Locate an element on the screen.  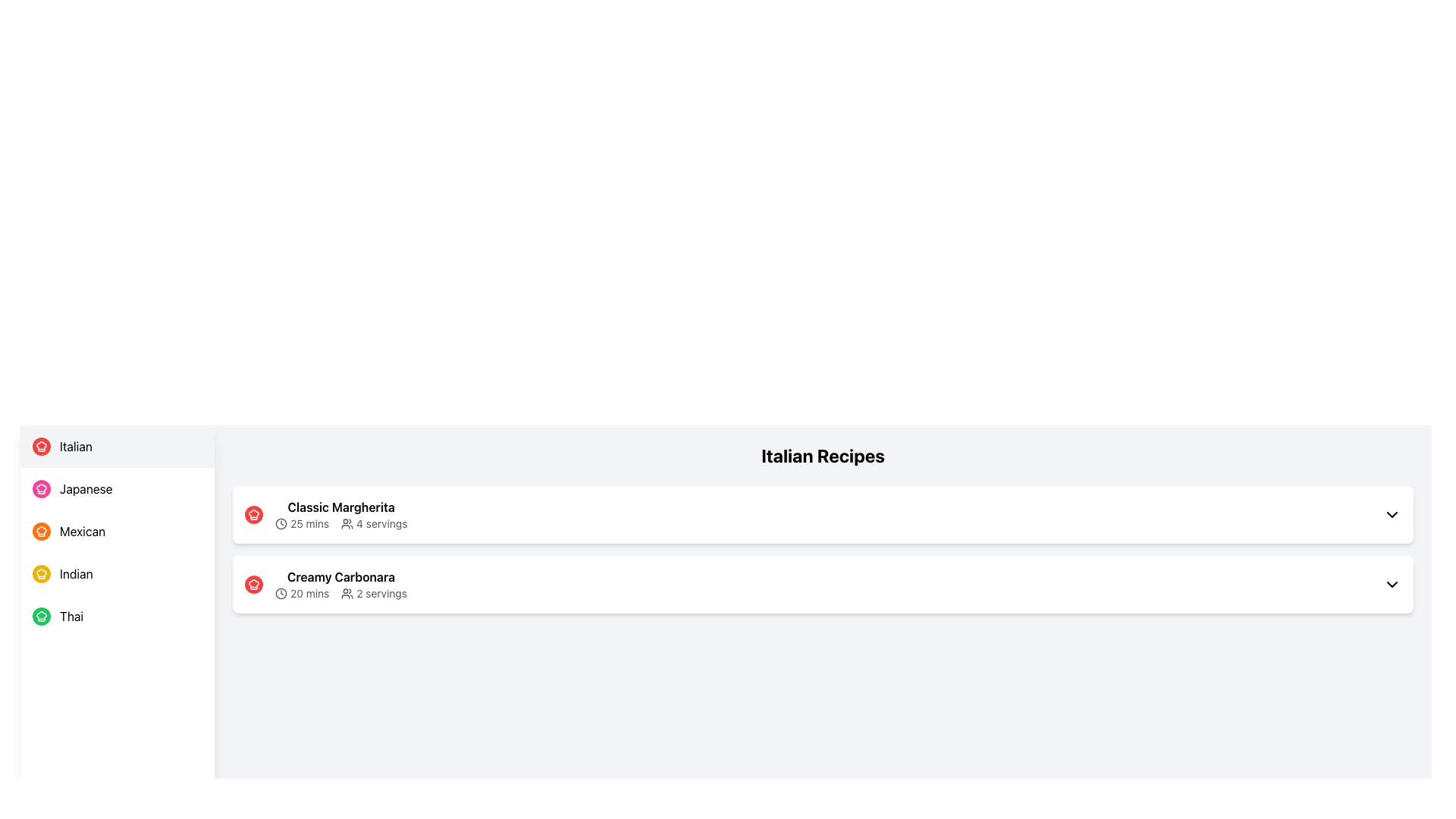
preparation time ('20 mins') and the serving capacity ('2 servings') from the text element located within the content card for 'Creamy Carbonara', positioned below its title is located at coordinates (340, 593).